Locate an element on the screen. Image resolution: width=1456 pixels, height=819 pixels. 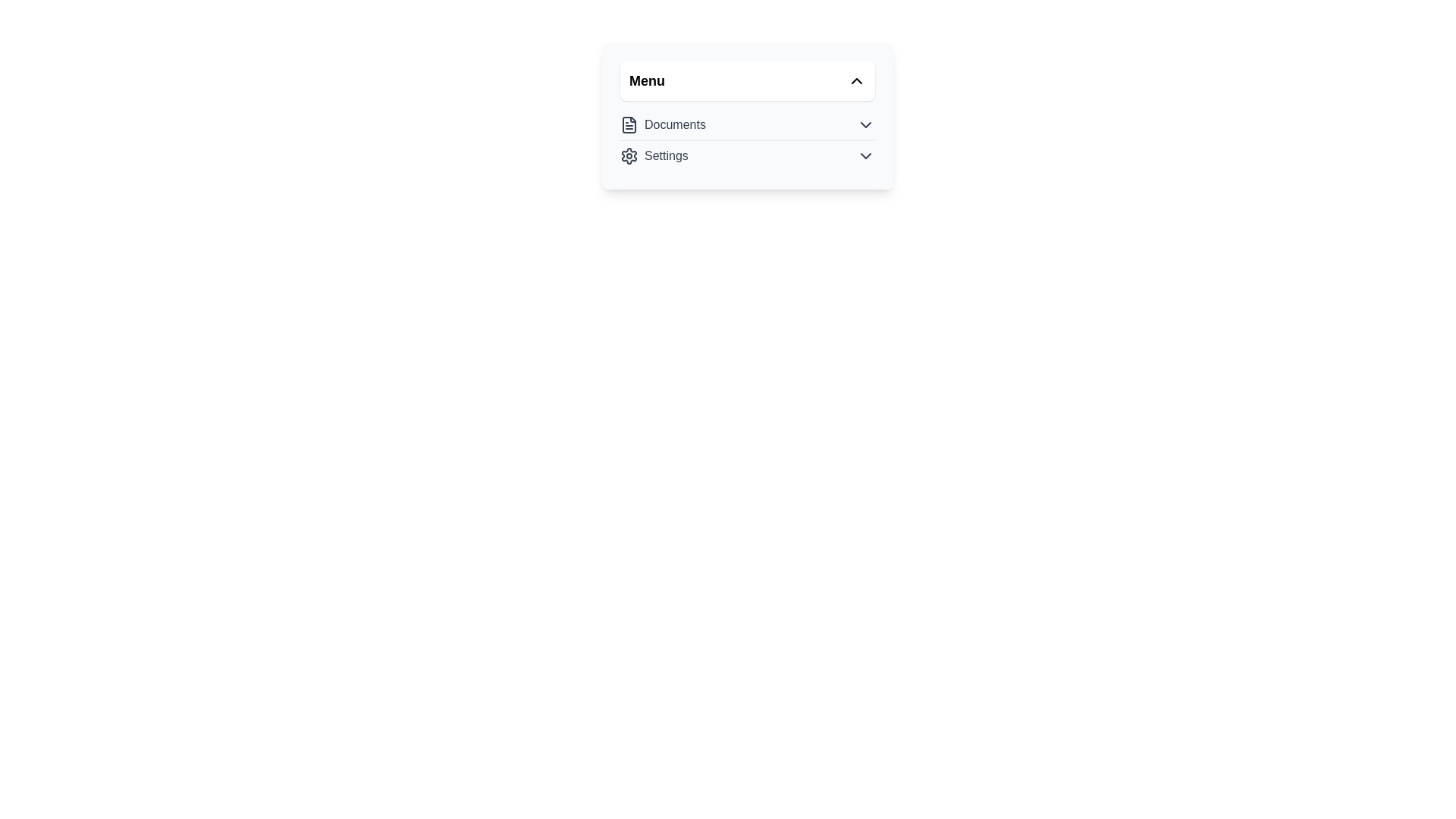
the red document icon with a folded upper-right corner that represents 'Documents' in the menu interface is located at coordinates (629, 124).